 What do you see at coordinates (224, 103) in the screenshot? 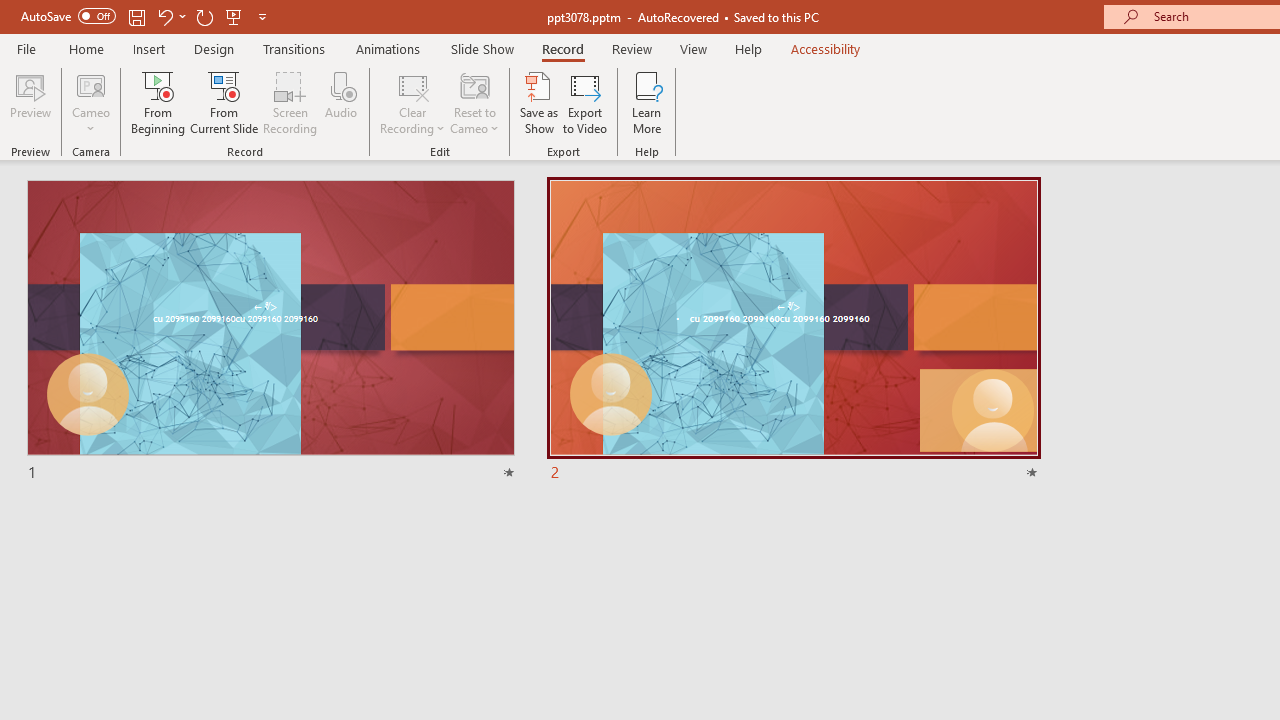
I see `'From Current Slide...'` at bounding box center [224, 103].